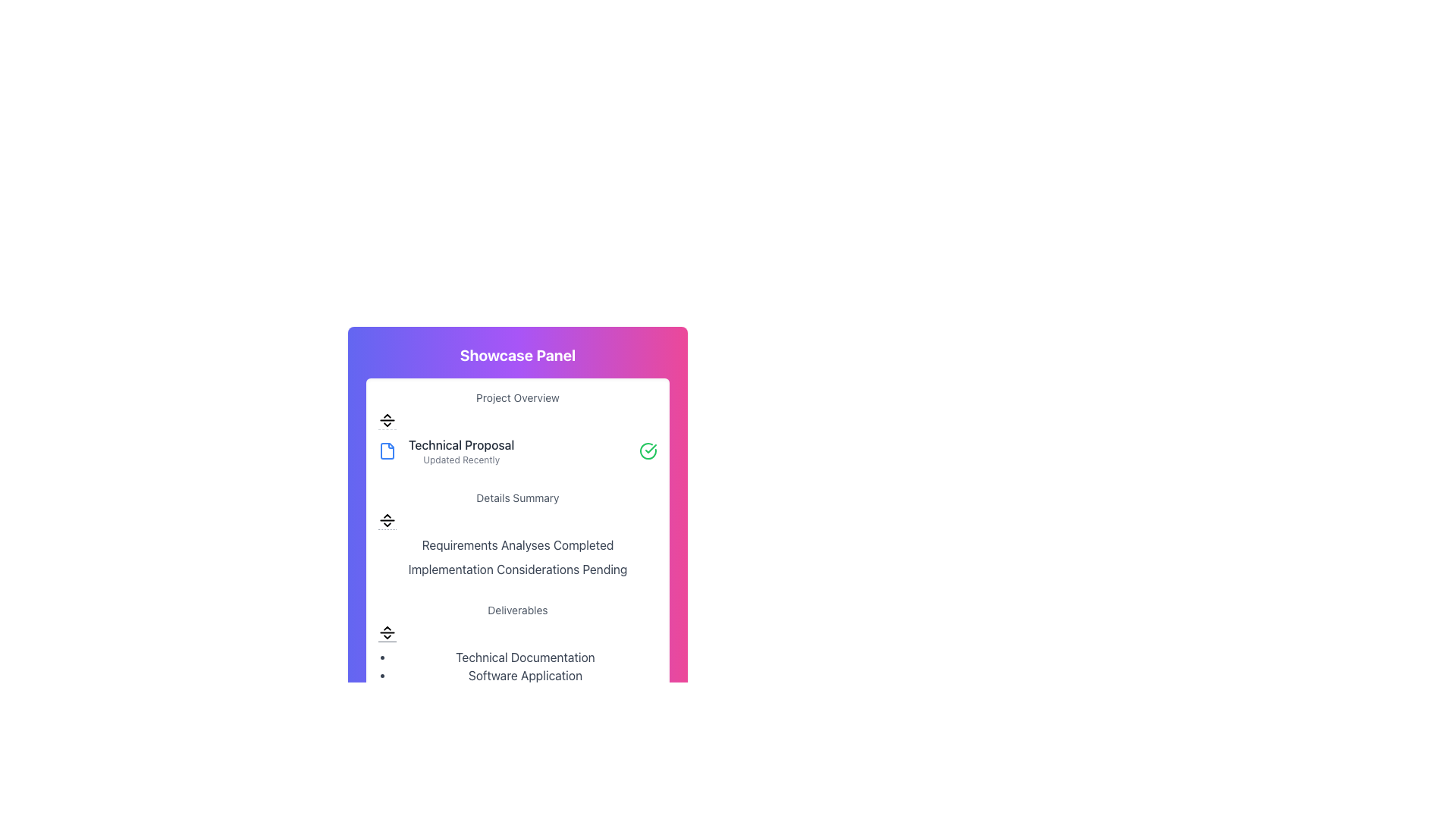  Describe the element at coordinates (517, 397) in the screenshot. I see `the 'Project Overview' text label, which serves as a title or header for the subsequent content, appearing above the separator and the 'Technical Proposal' section` at that location.